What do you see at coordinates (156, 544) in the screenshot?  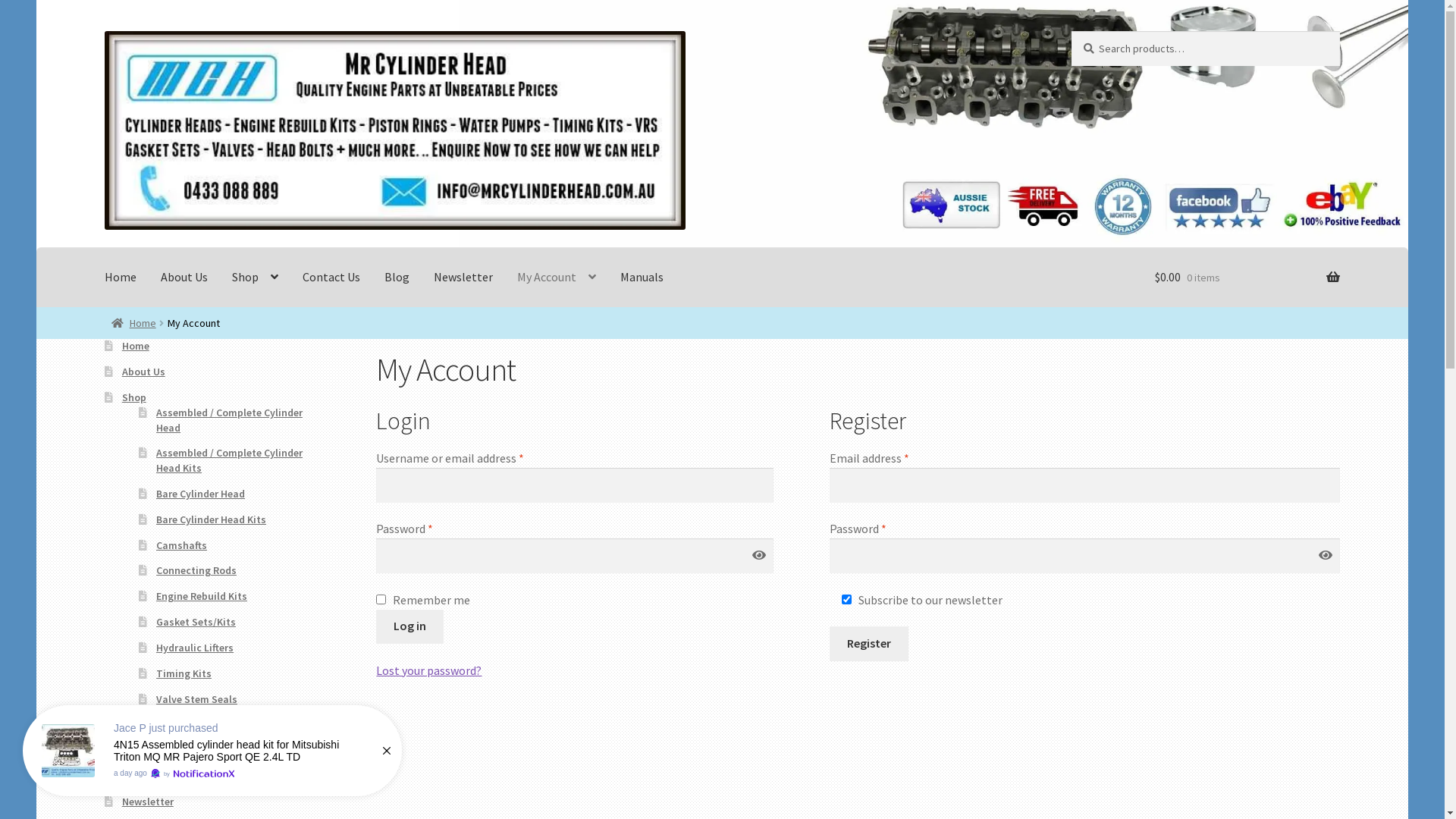 I see `'Camshafts'` at bounding box center [156, 544].